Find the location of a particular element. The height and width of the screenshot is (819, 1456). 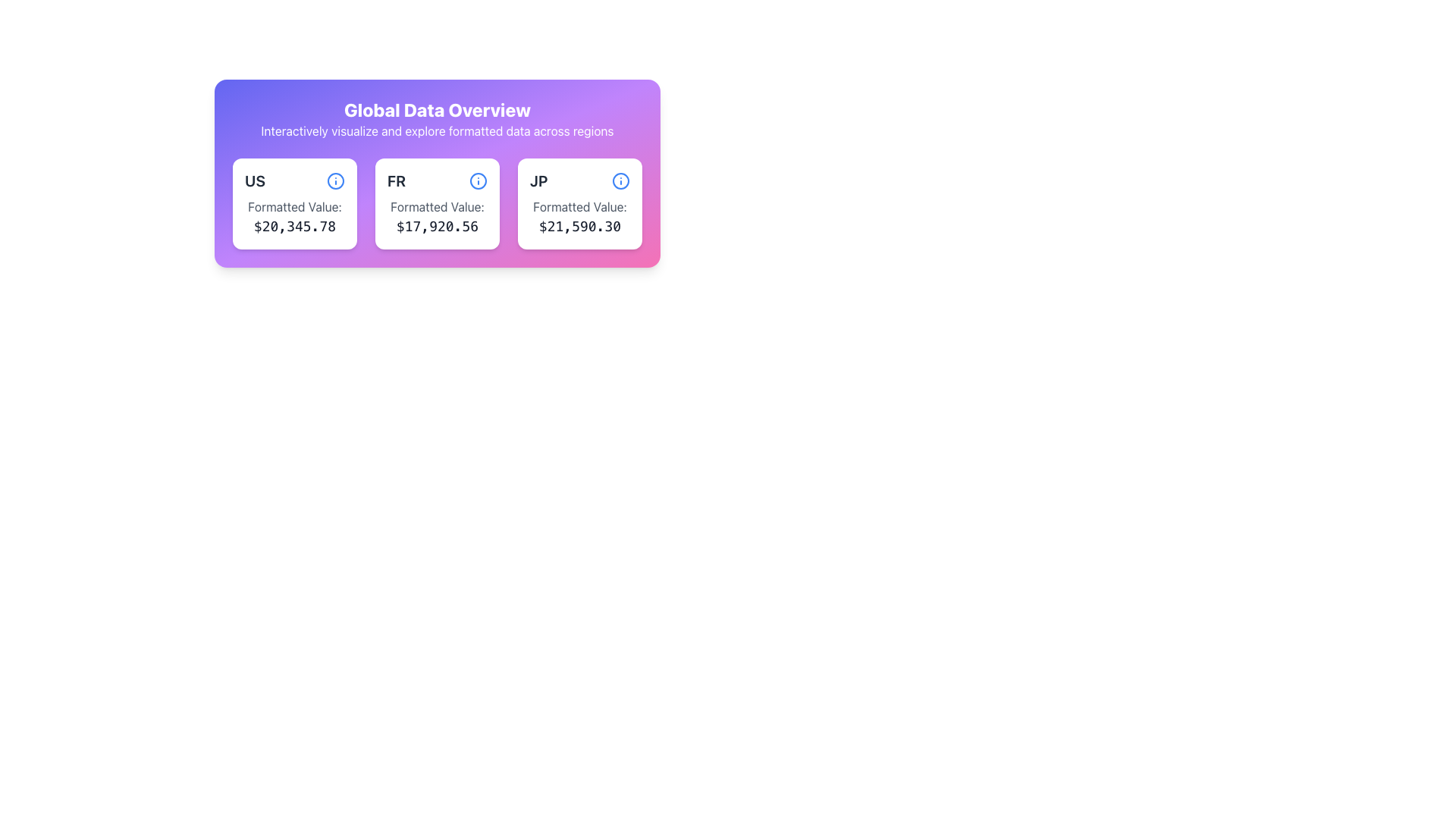

the Informational card displaying 'US' with a white background and rounded corners, located at the top-left corner of the grid is located at coordinates (294, 203).